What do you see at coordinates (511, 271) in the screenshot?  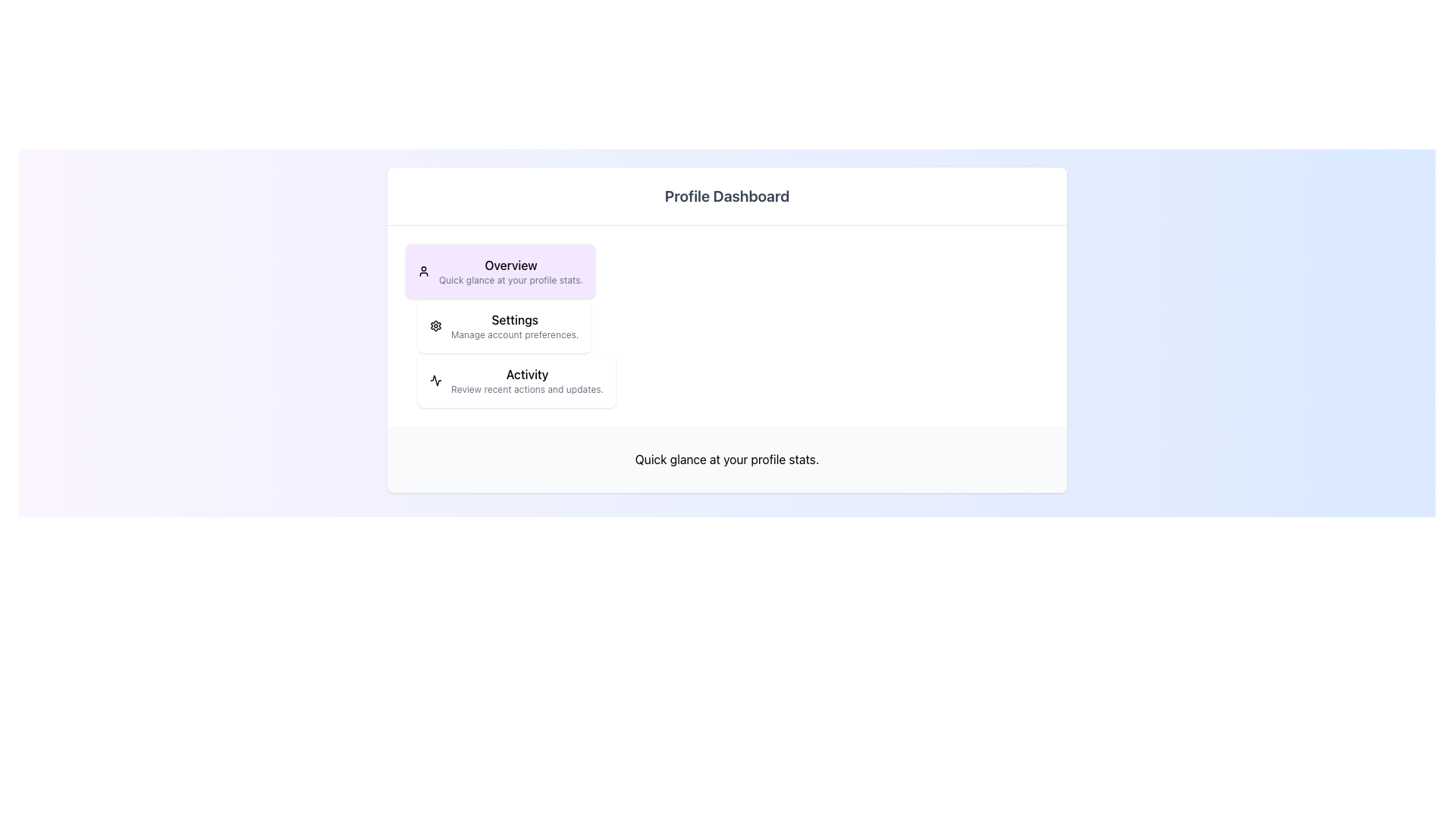 I see `the text display element that provides an overview of the user's profile statistics in the sidebar of the 'Profile Dashboard', located above the 'Settings' and 'Activity' sections` at bounding box center [511, 271].